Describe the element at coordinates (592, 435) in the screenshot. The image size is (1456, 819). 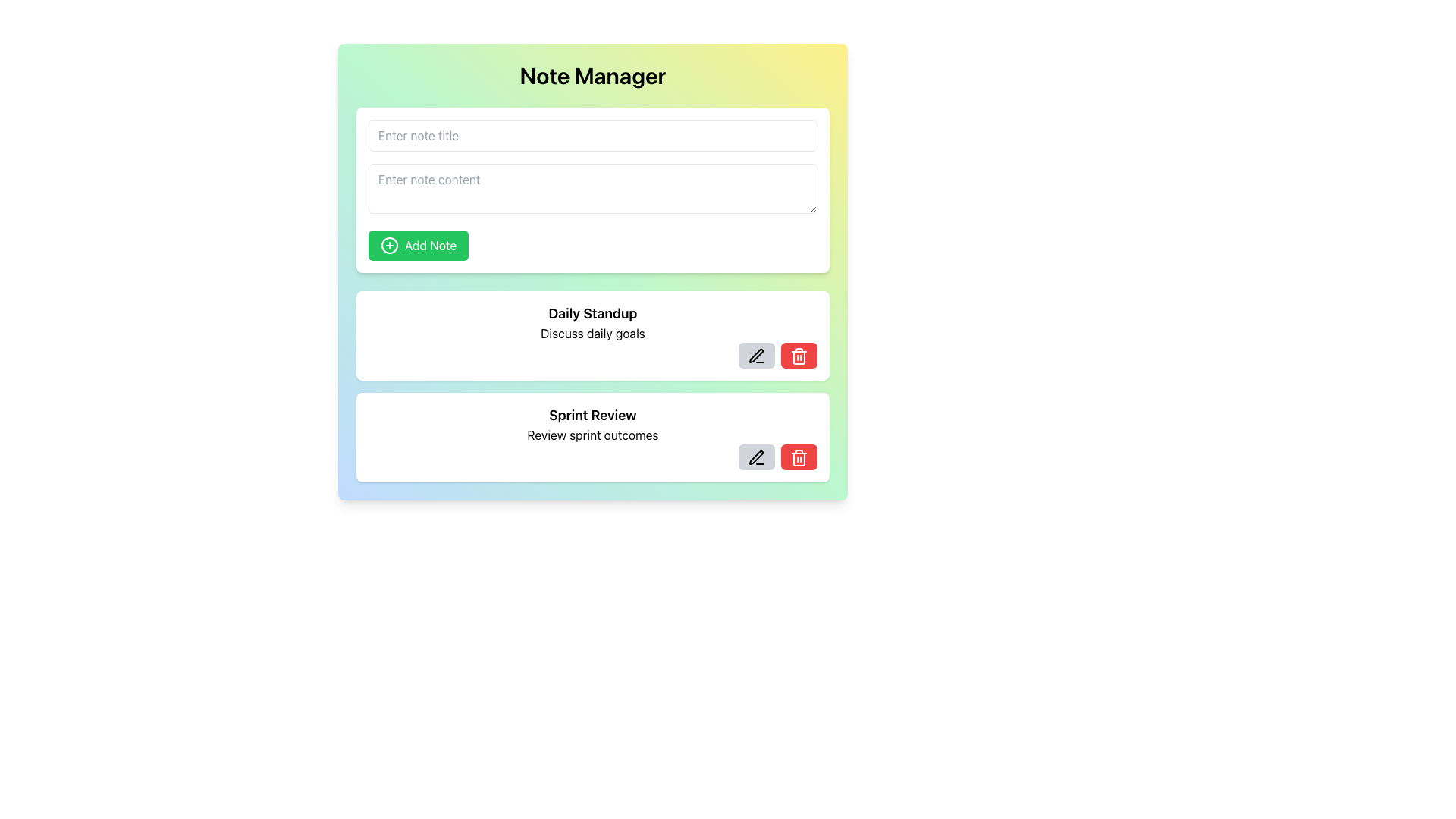
I see `the text element displaying 'Review sprint outcomes', which is located below the header 'Sprint Review' and above the editing and deleting icons` at that location.